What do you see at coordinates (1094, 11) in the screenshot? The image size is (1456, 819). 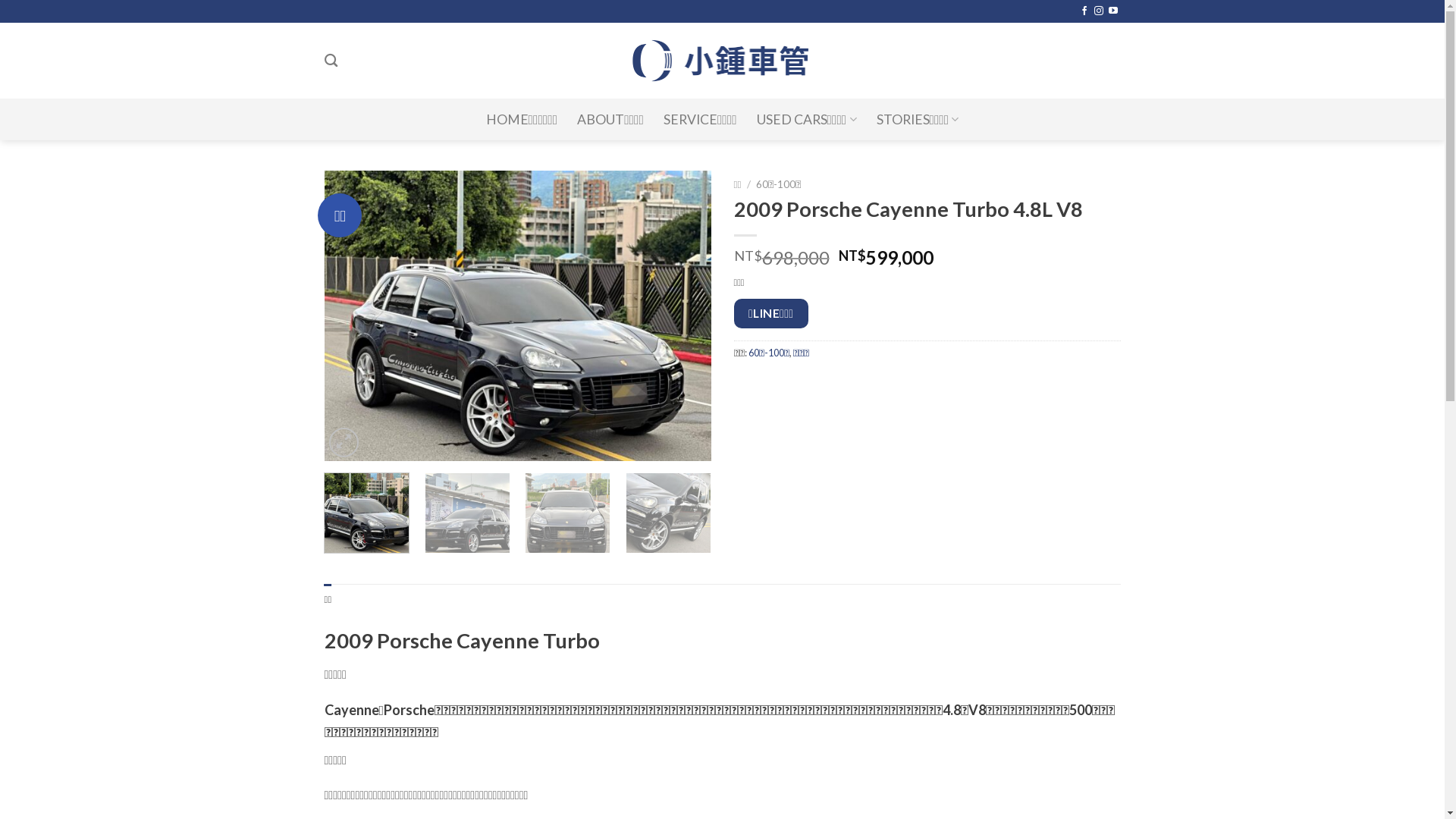 I see `'Follow on Instagram'` at bounding box center [1094, 11].